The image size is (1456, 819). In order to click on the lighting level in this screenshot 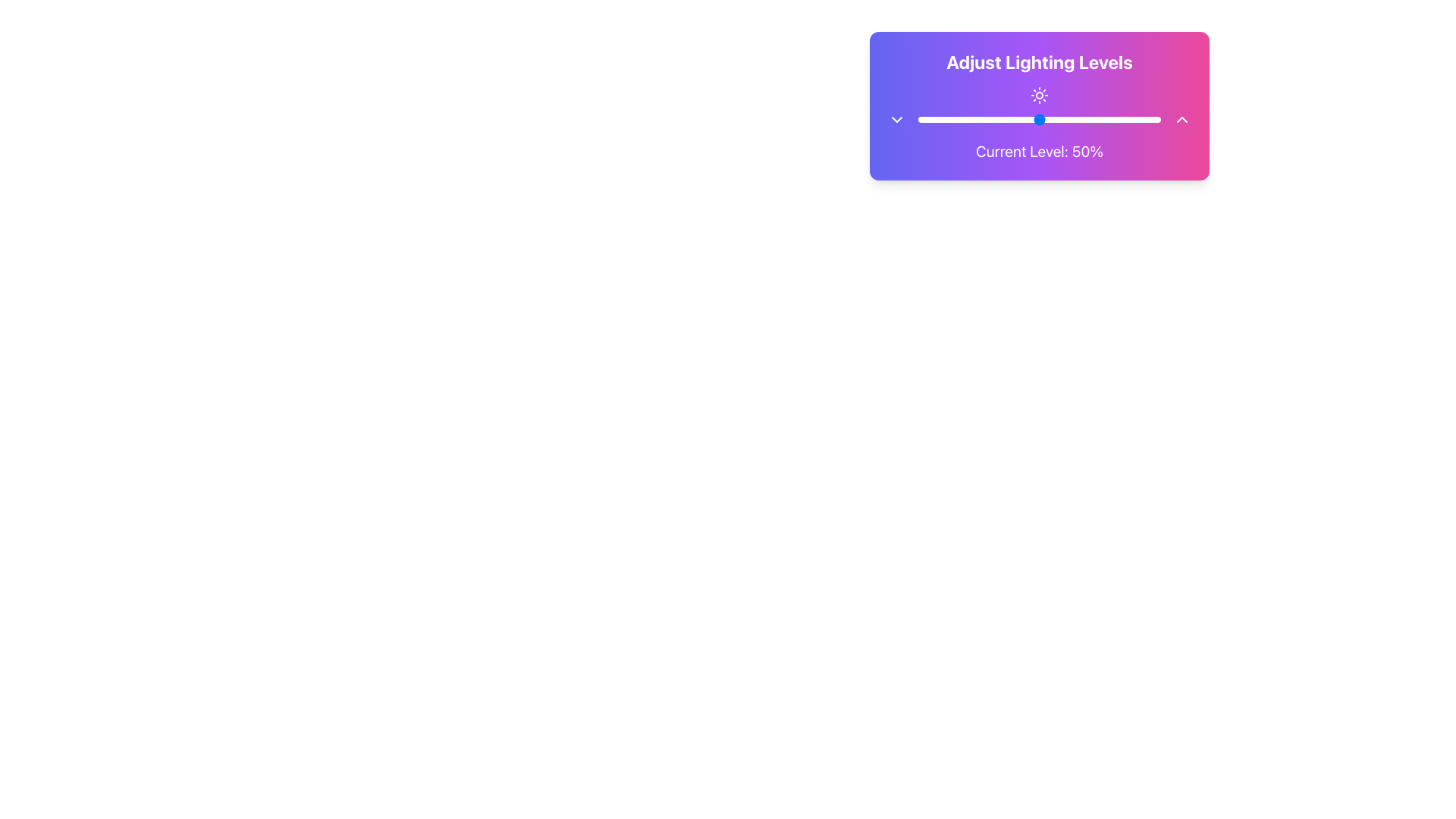, I will do `click(1103, 119)`.